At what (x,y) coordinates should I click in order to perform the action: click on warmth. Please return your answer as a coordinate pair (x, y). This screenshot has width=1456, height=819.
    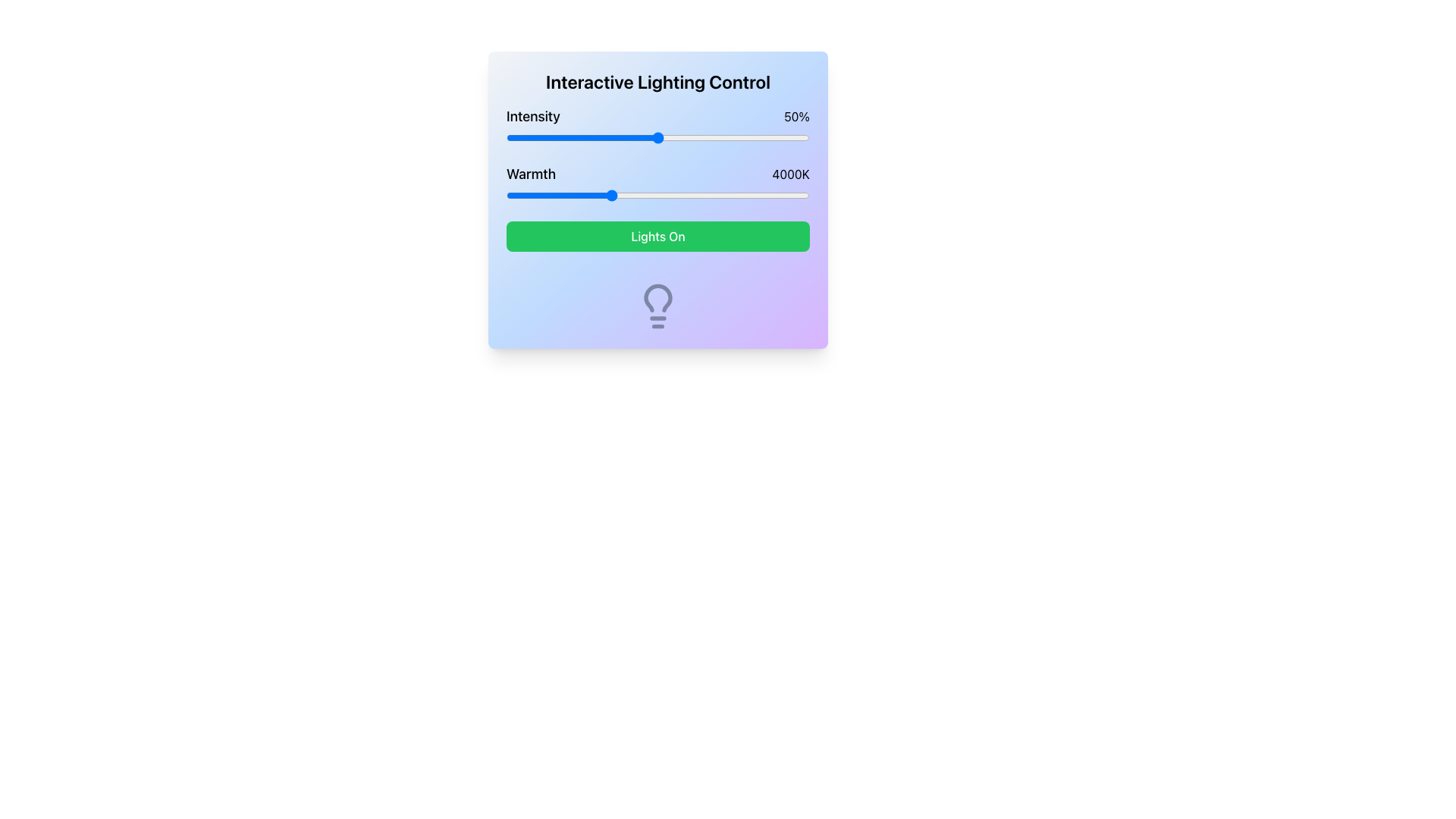
    Looking at the image, I should click on (793, 195).